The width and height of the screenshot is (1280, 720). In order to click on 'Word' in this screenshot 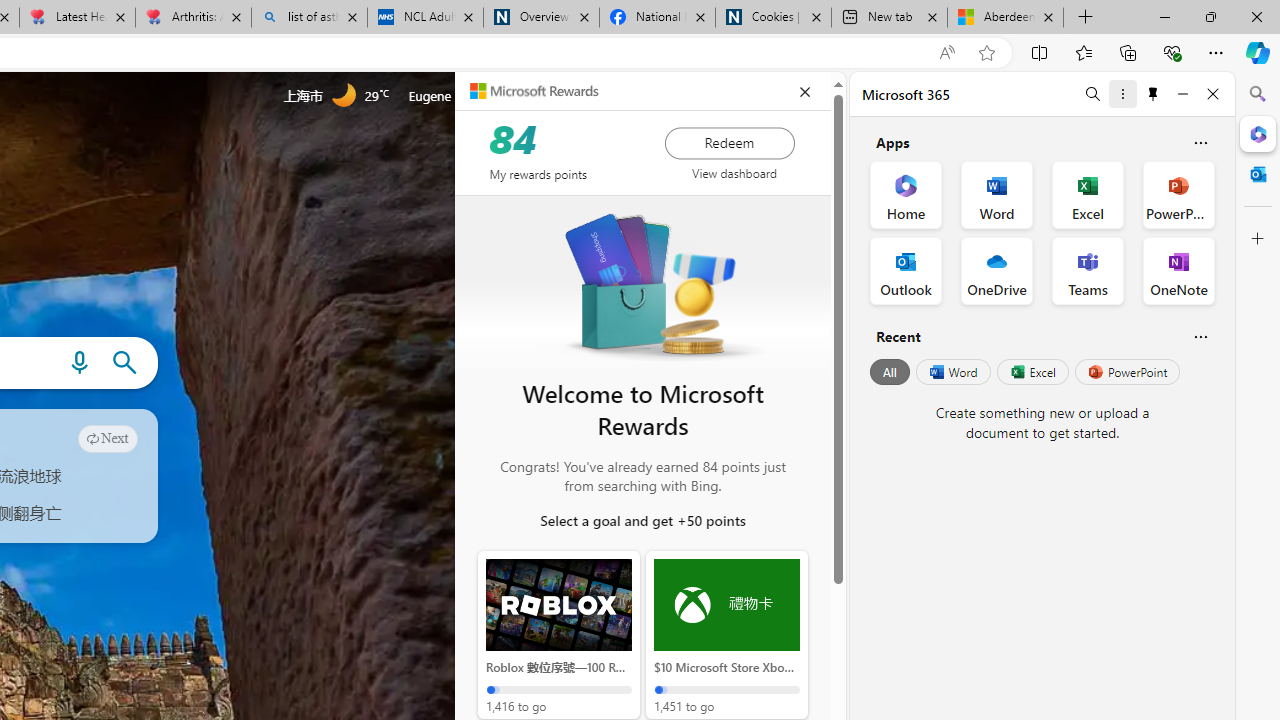, I will do `click(951, 372)`.